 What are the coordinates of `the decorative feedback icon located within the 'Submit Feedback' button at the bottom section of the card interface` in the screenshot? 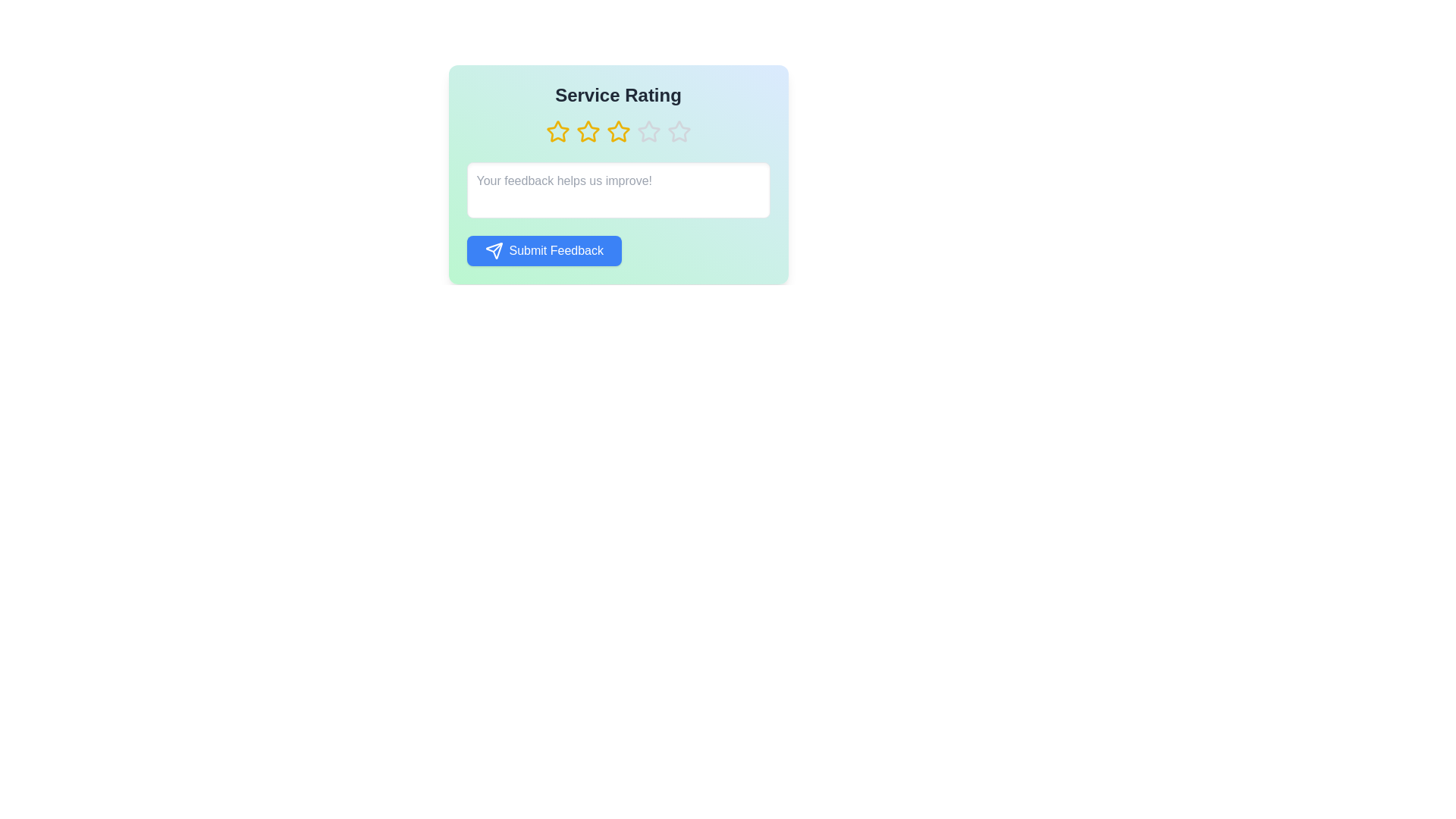 It's located at (494, 250).